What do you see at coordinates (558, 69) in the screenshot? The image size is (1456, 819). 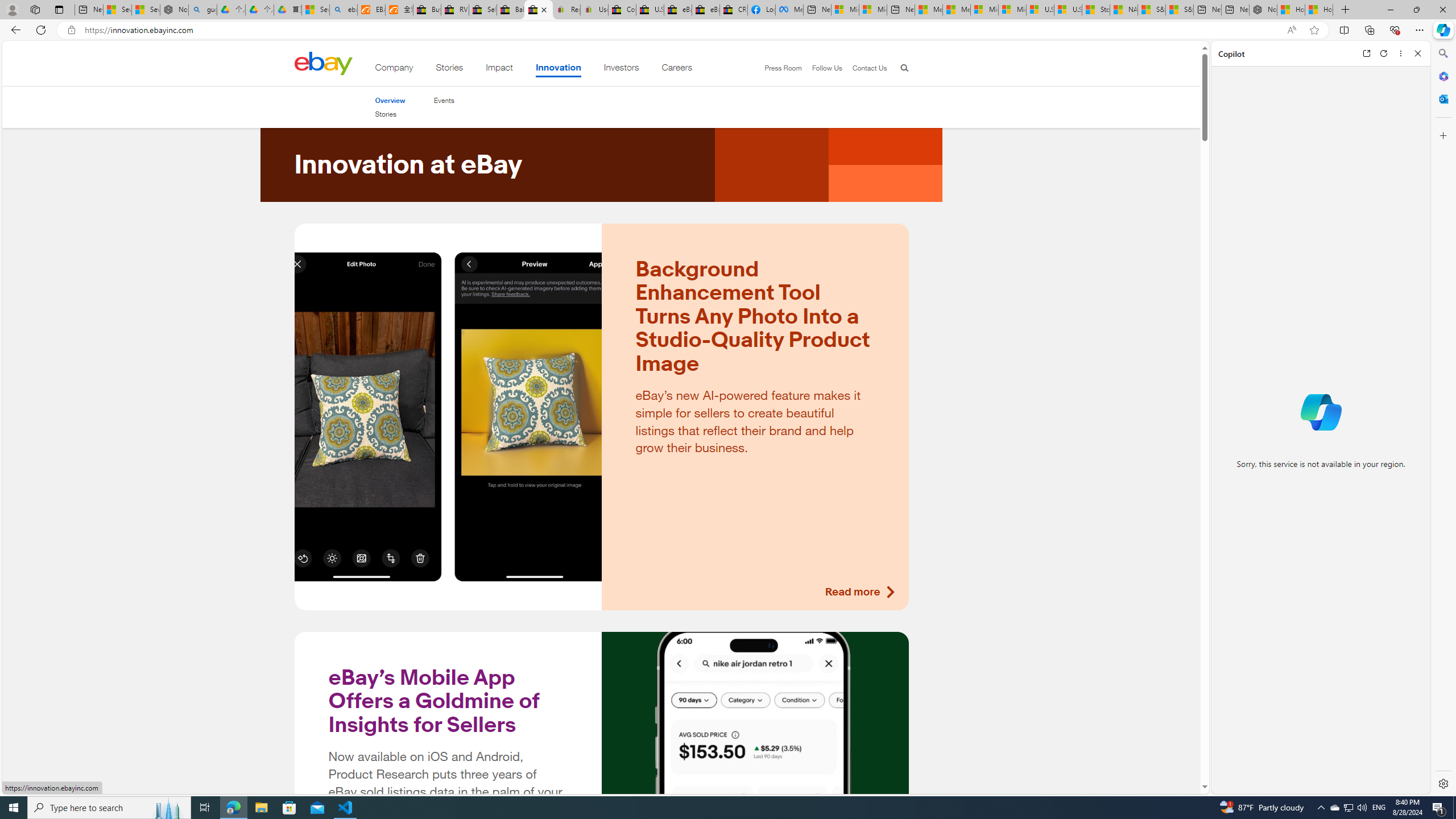 I see `'Innovation'` at bounding box center [558, 69].